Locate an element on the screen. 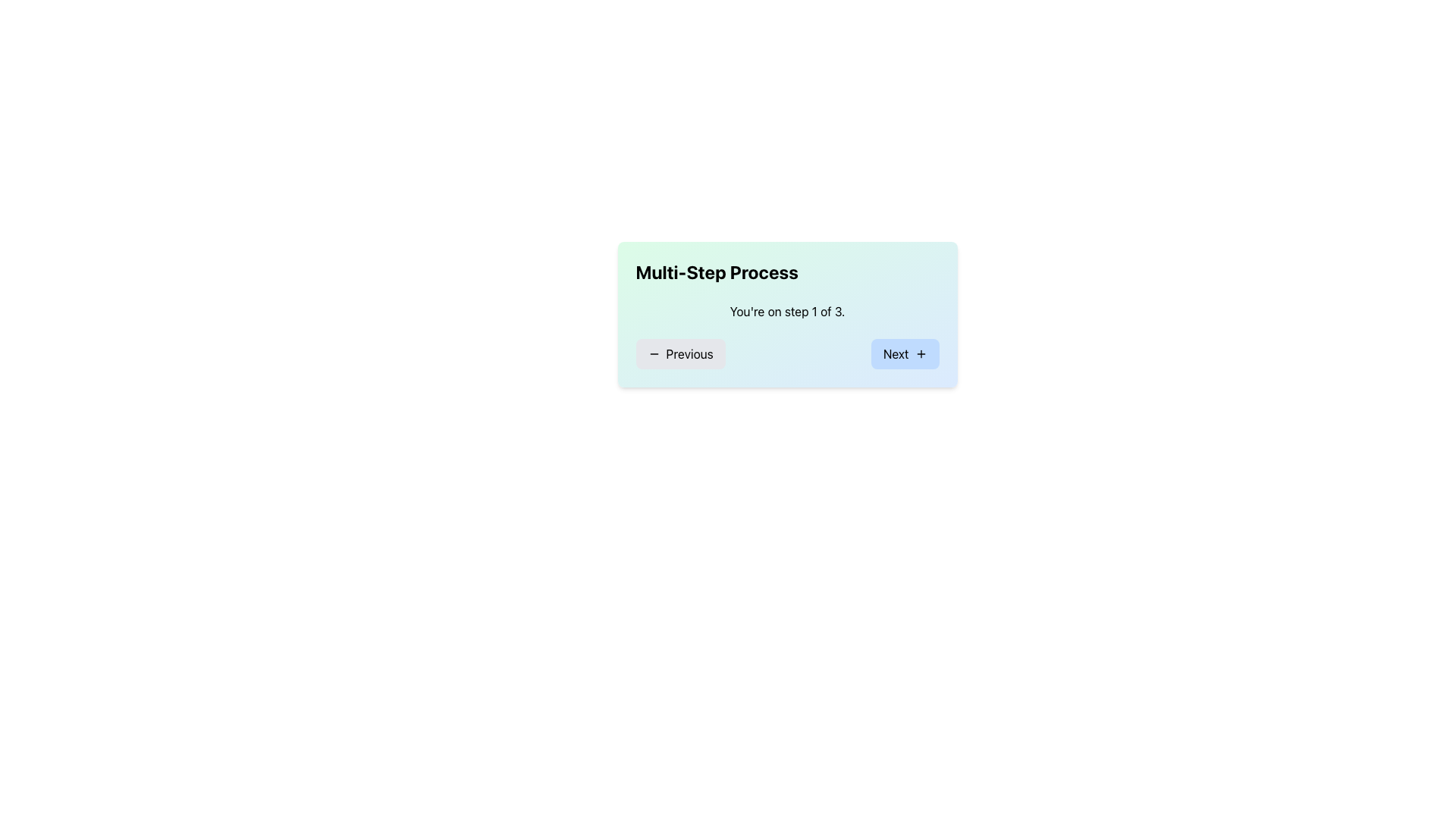 The width and height of the screenshot is (1456, 819). the plus icon located to the right side of the 'Next' button text at the bottom-right corner of the instructions card is located at coordinates (920, 353).